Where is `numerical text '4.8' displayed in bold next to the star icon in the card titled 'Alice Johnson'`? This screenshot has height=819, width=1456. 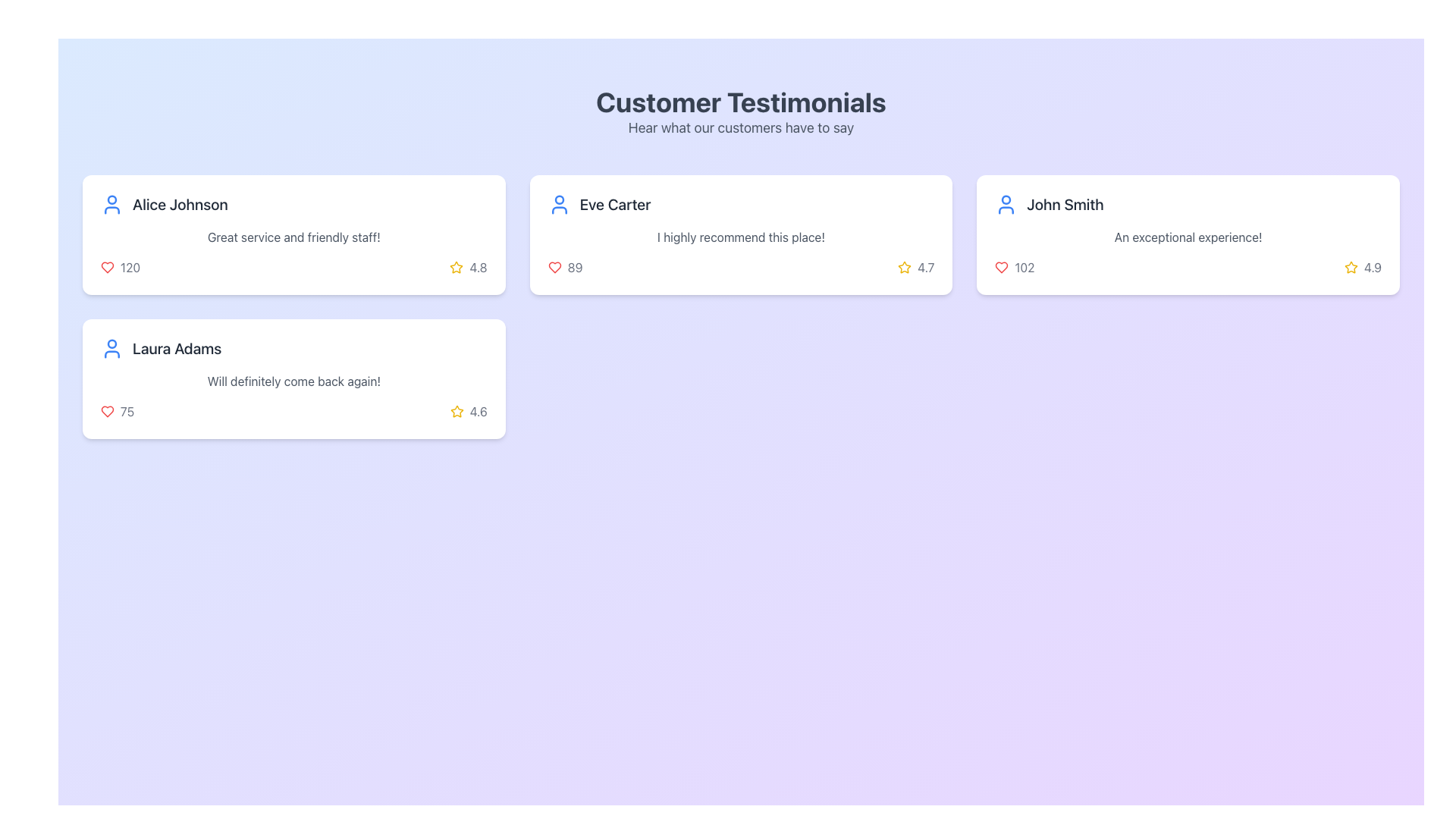
numerical text '4.8' displayed in bold next to the star icon in the card titled 'Alice Johnson' is located at coordinates (478, 267).